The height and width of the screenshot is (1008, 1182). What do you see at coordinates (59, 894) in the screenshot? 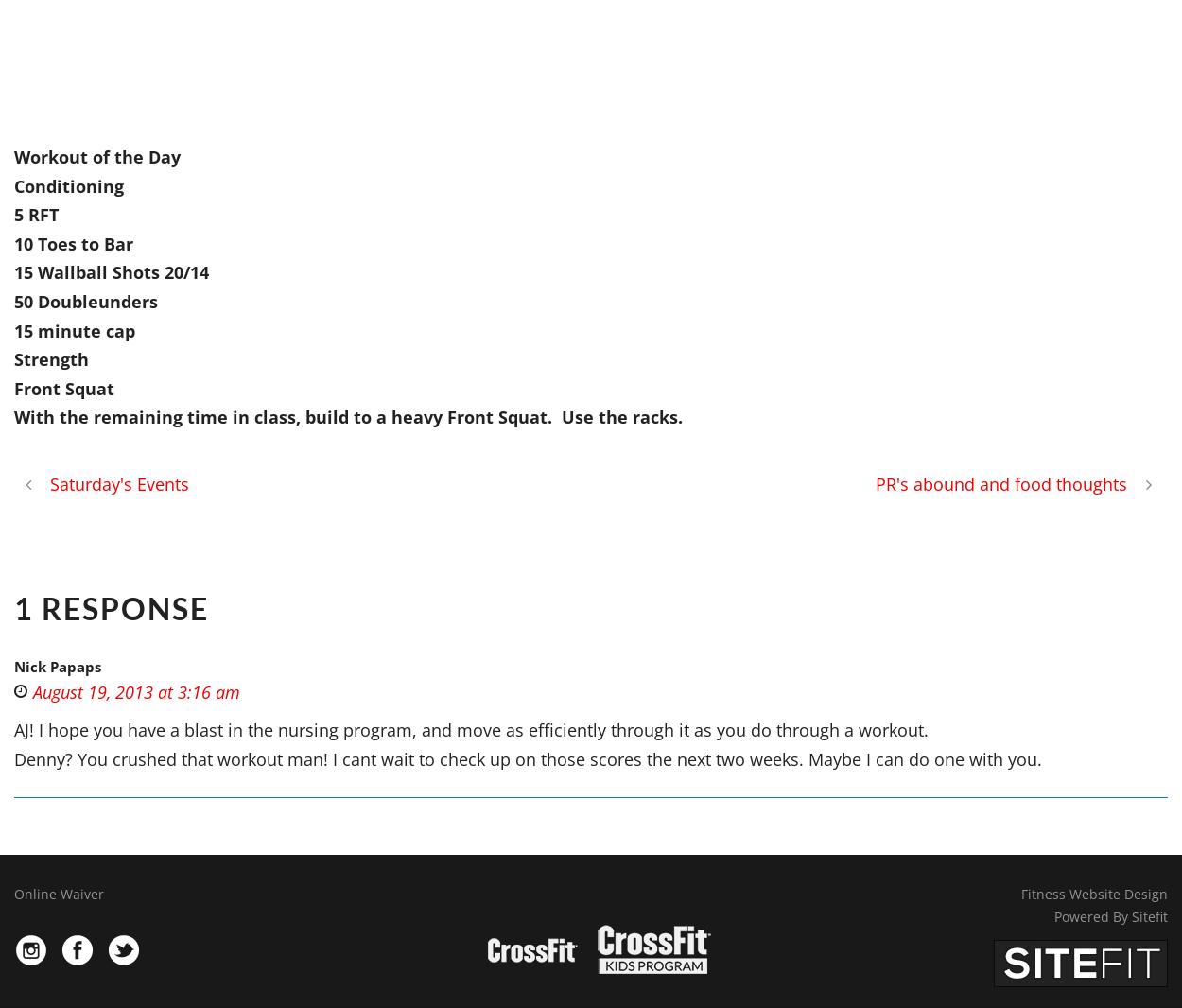
I see `'Online Waiver'` at bounding box center [59, 894].